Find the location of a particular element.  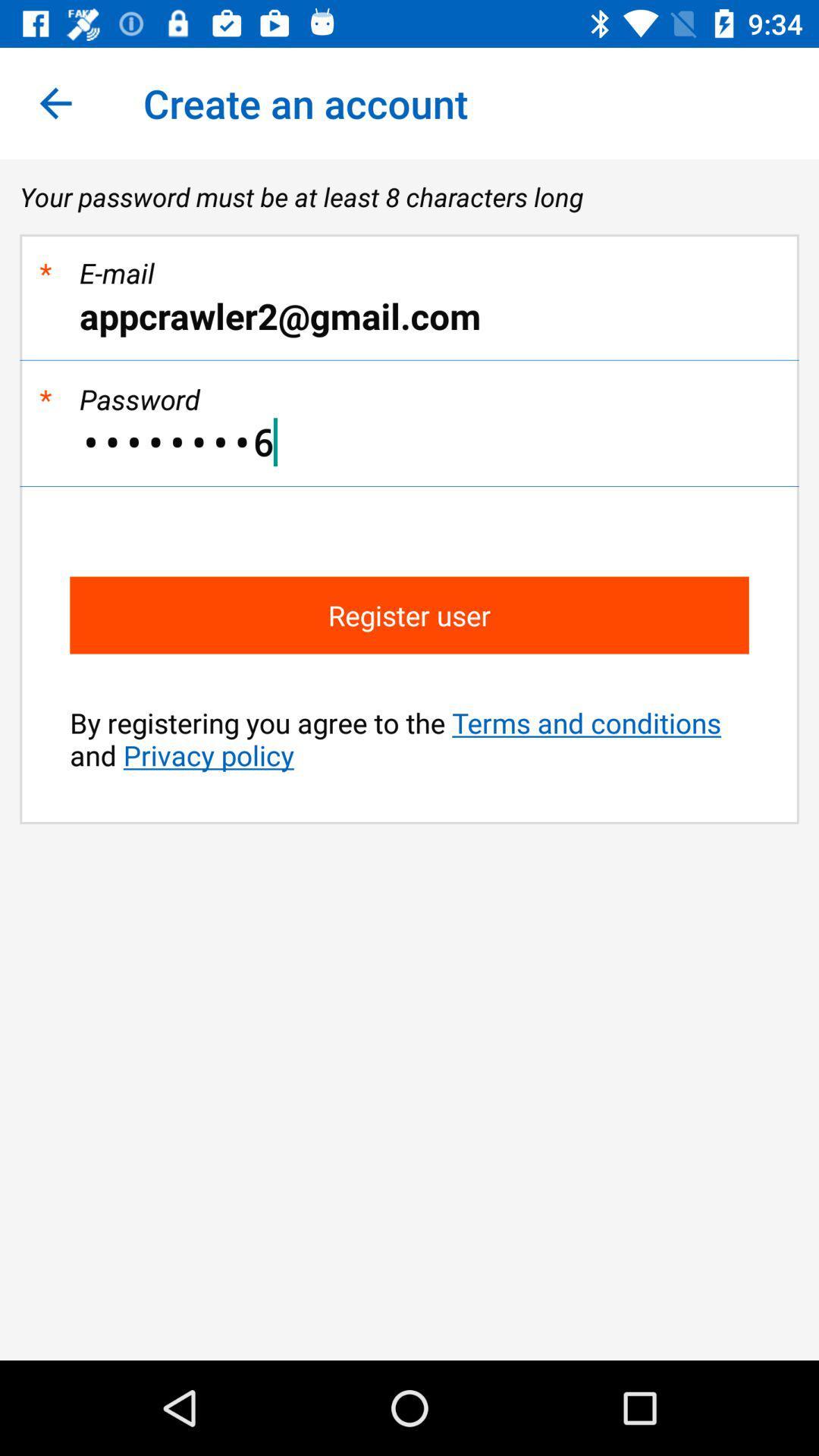

the item below the register user is located at coordinates (409, 739).